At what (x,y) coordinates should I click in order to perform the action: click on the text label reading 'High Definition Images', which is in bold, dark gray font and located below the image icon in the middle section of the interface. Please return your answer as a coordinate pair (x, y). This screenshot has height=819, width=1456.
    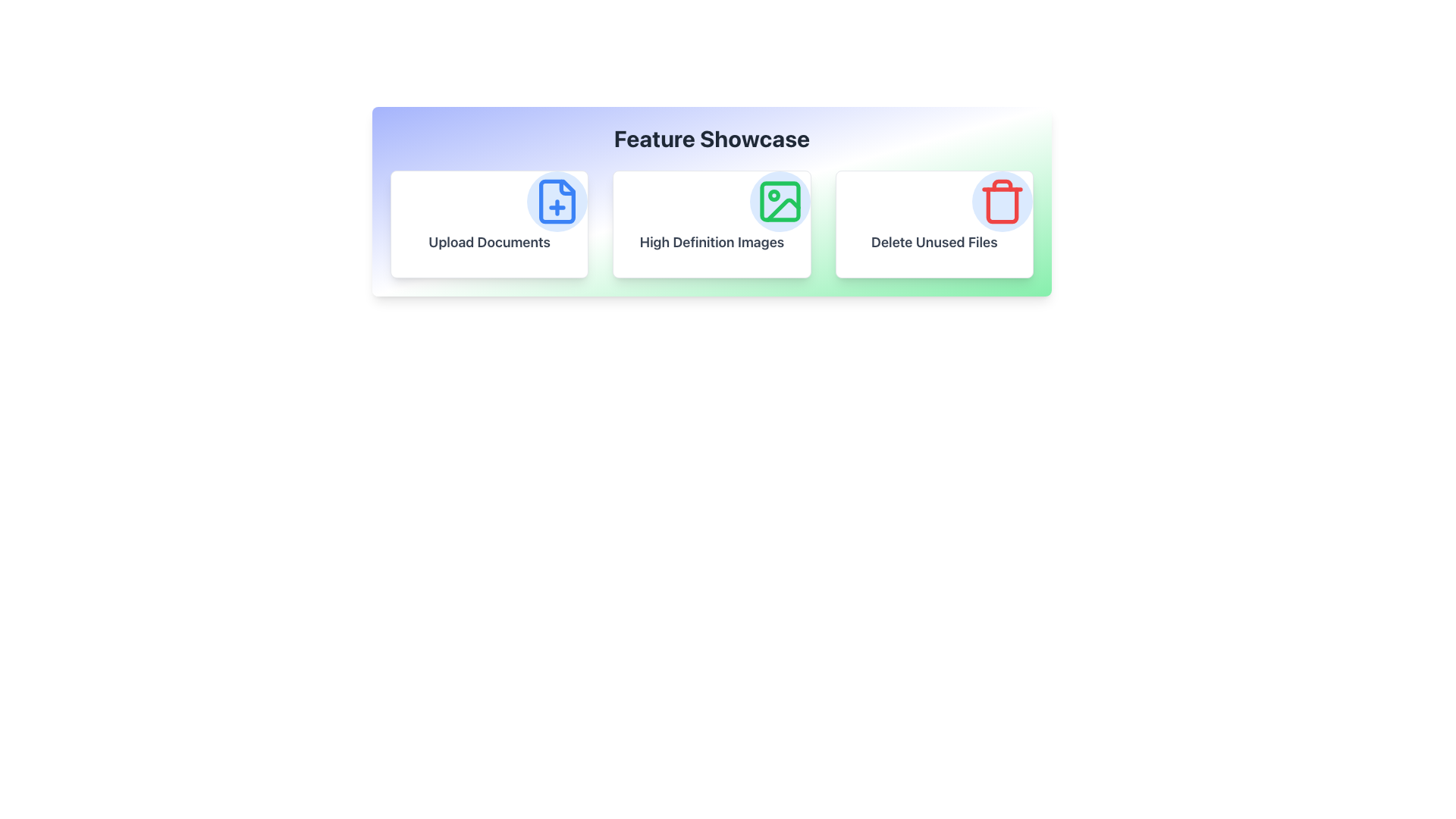
    Looking at the image, I should click on (711, 242).